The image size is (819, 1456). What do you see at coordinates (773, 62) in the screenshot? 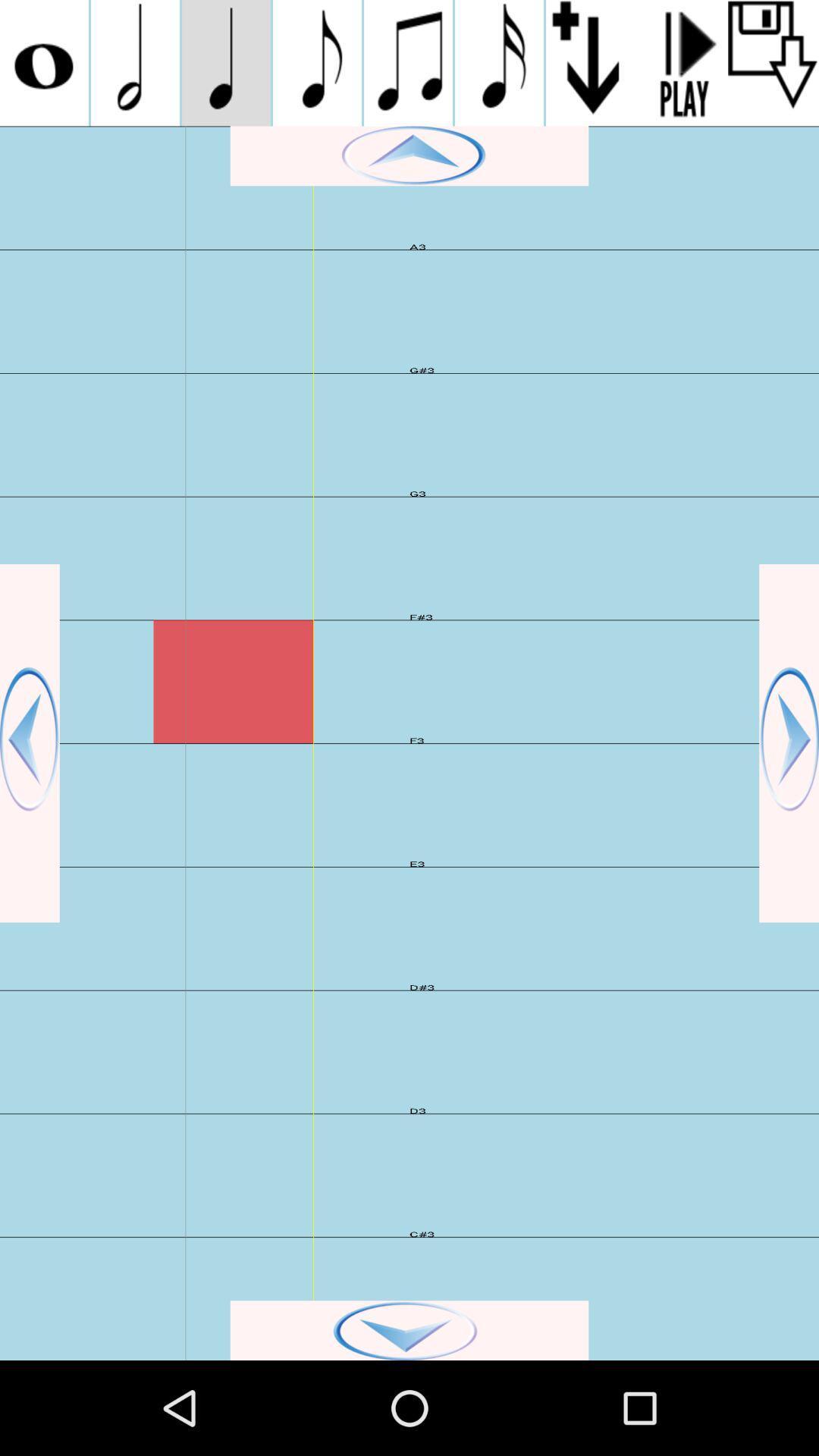
I see `download` at bounding box center [773, 62].